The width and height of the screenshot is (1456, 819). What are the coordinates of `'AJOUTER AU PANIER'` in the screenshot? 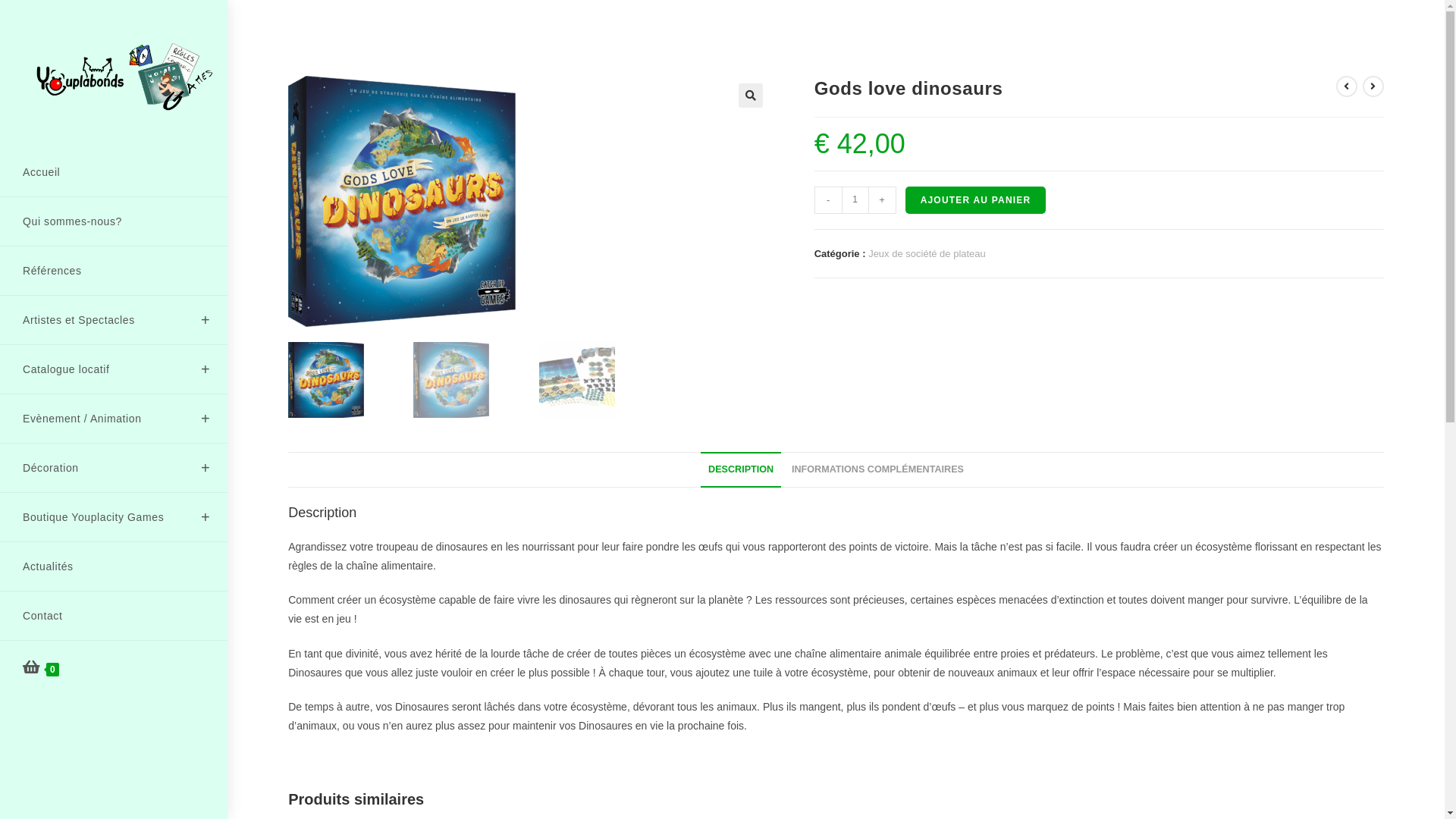 It's located at (975, 199).